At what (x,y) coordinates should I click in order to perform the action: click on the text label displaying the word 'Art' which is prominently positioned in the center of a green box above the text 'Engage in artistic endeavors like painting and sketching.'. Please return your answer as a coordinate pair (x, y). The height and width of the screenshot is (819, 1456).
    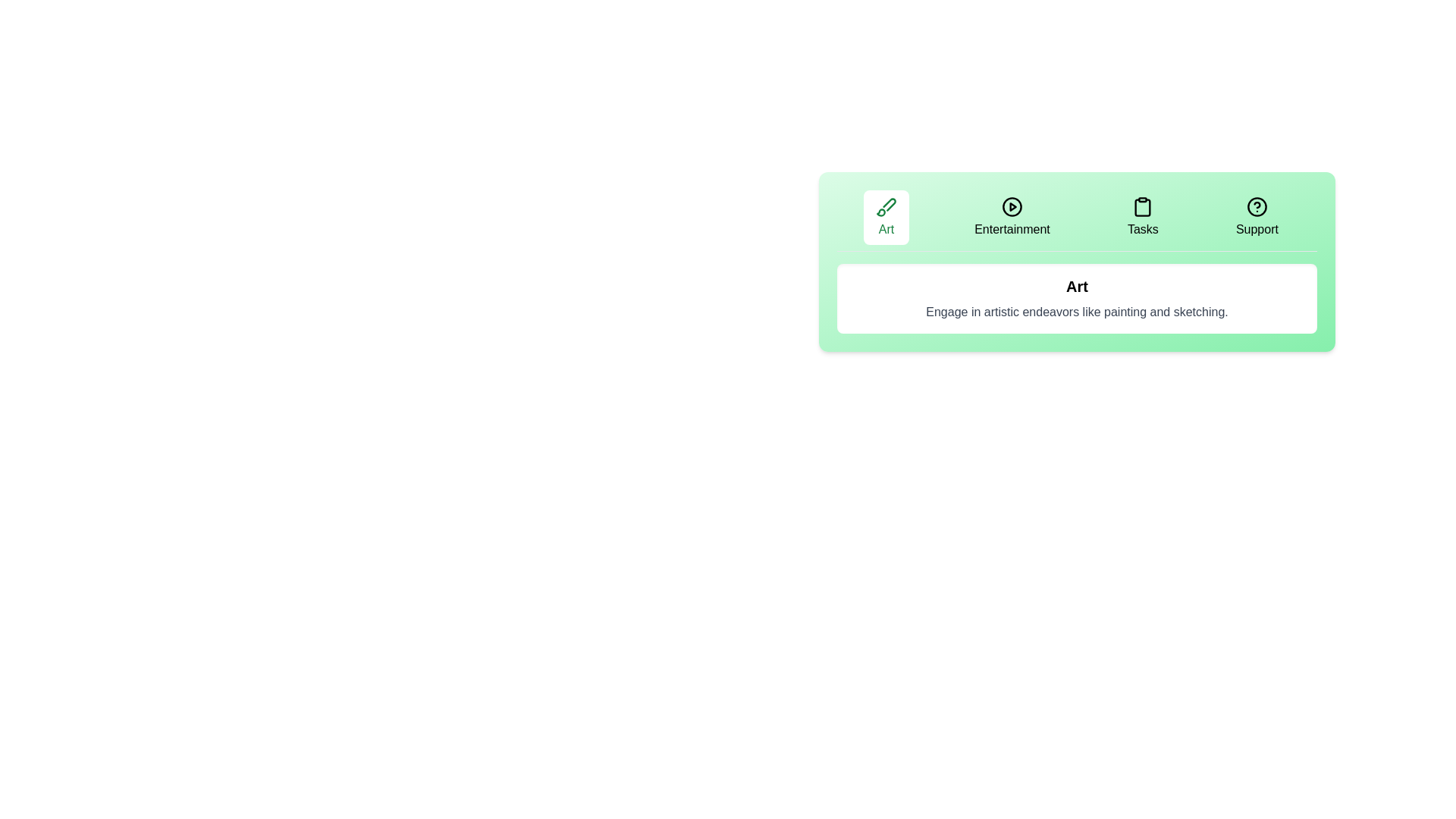
    Looking at the image, I should click on (1076, 287).